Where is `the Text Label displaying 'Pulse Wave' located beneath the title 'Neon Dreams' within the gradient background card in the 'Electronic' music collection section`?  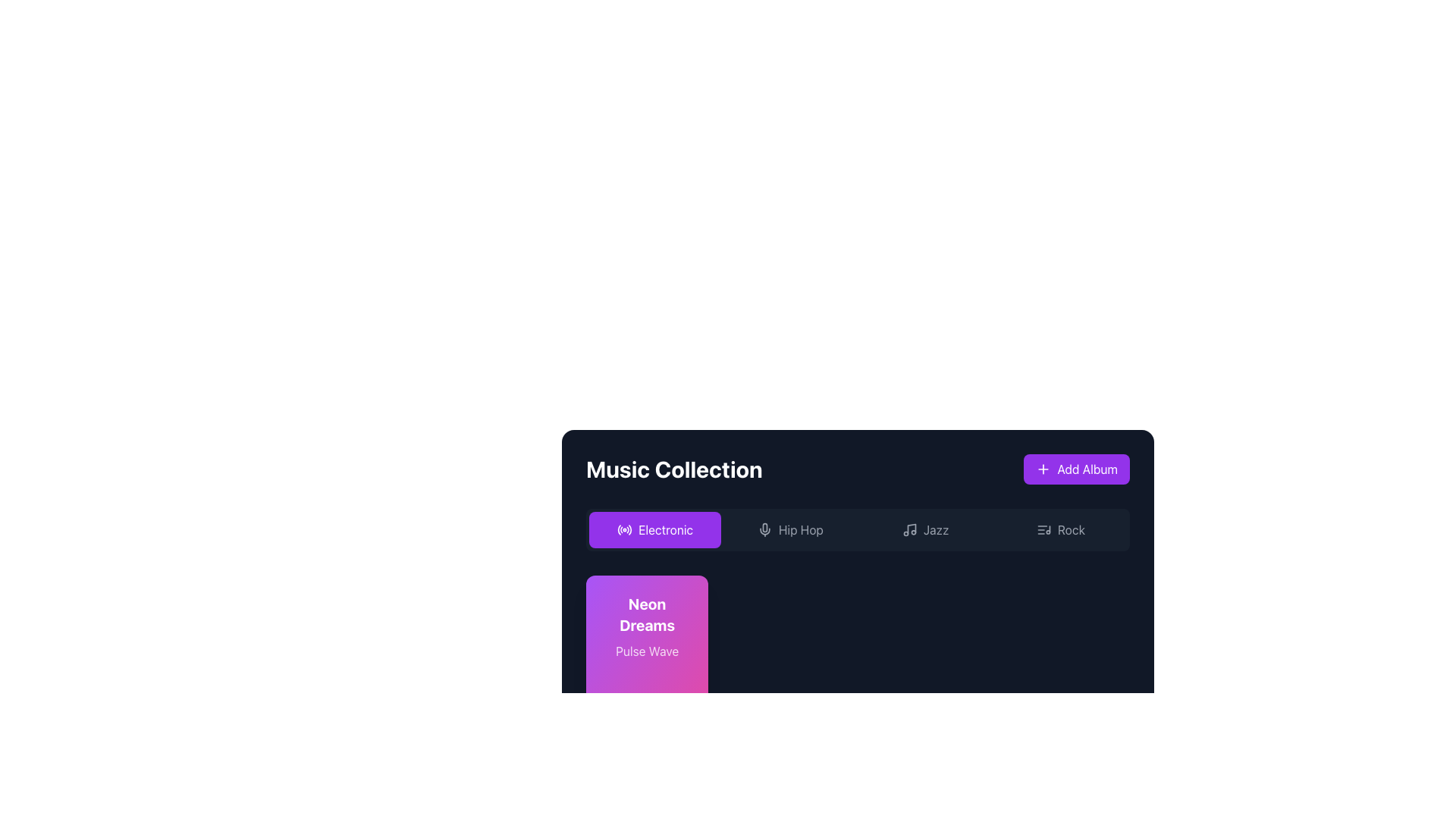 the Text Label displaying 'Pulse Wave' located beneath the title 'Neon Dreams' within the gradient background card in the 'Electronic' music collection section is located at coordinates (647, 651).